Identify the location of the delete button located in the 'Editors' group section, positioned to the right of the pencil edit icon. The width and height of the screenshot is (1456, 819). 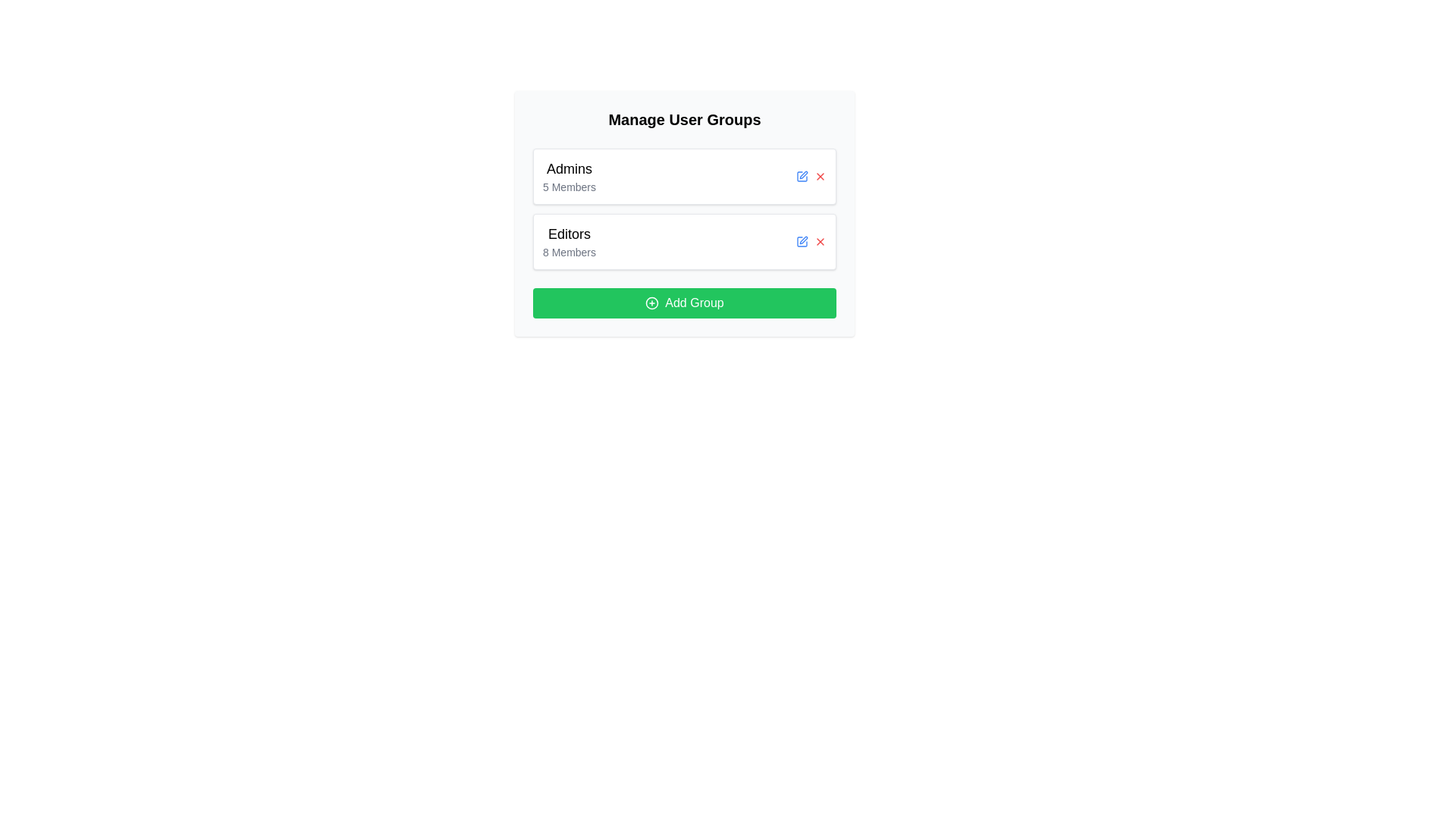
(819, 241).